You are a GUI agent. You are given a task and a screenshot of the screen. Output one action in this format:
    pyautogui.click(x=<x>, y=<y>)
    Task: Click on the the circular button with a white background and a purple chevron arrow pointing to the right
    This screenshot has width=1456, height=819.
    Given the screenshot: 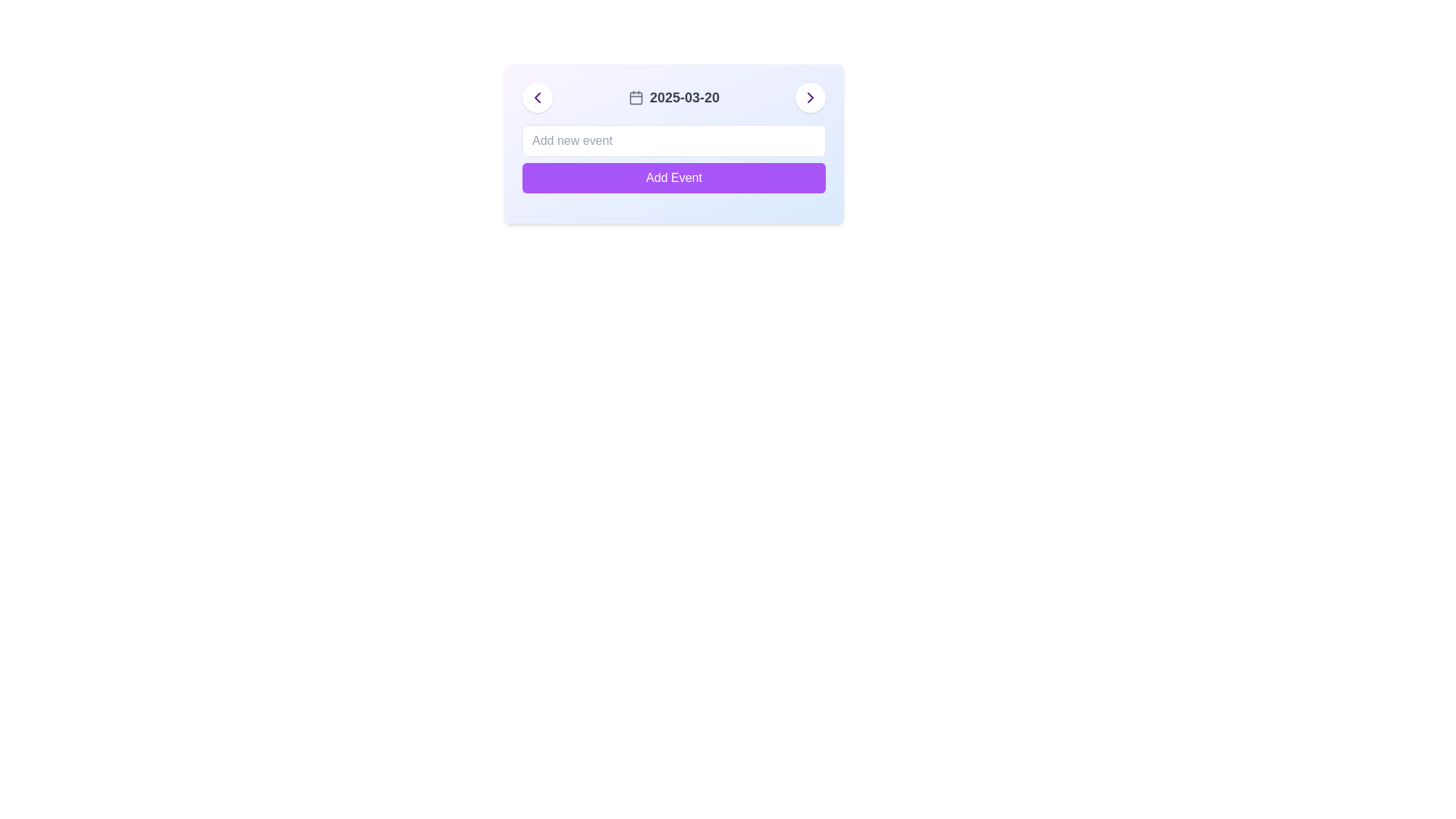 What is the action you would take?
    pyautogui.click(x=810, y=97)
    